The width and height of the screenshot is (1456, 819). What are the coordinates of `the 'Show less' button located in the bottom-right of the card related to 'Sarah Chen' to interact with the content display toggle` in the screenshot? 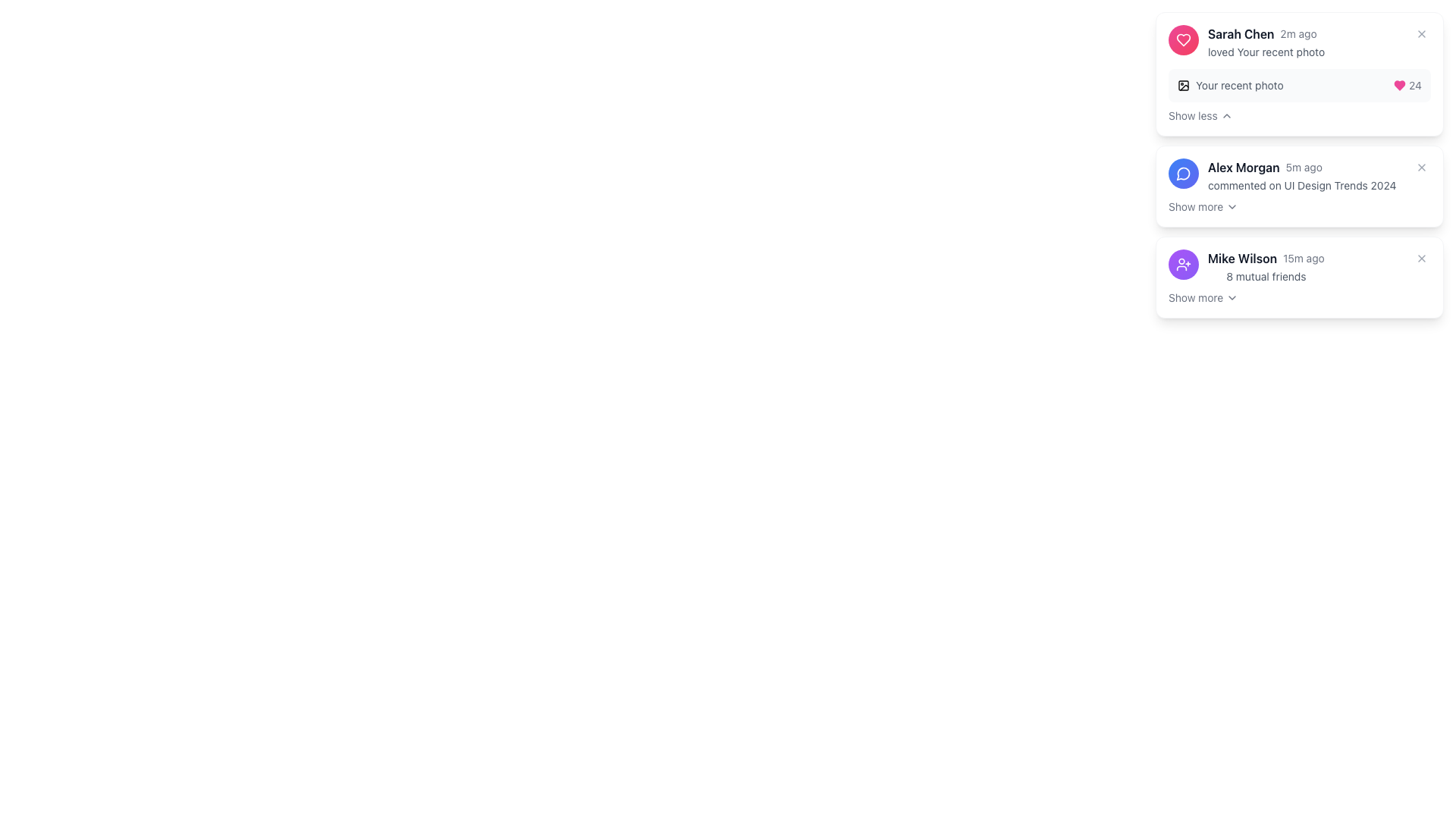 It's located at (1200, 115).